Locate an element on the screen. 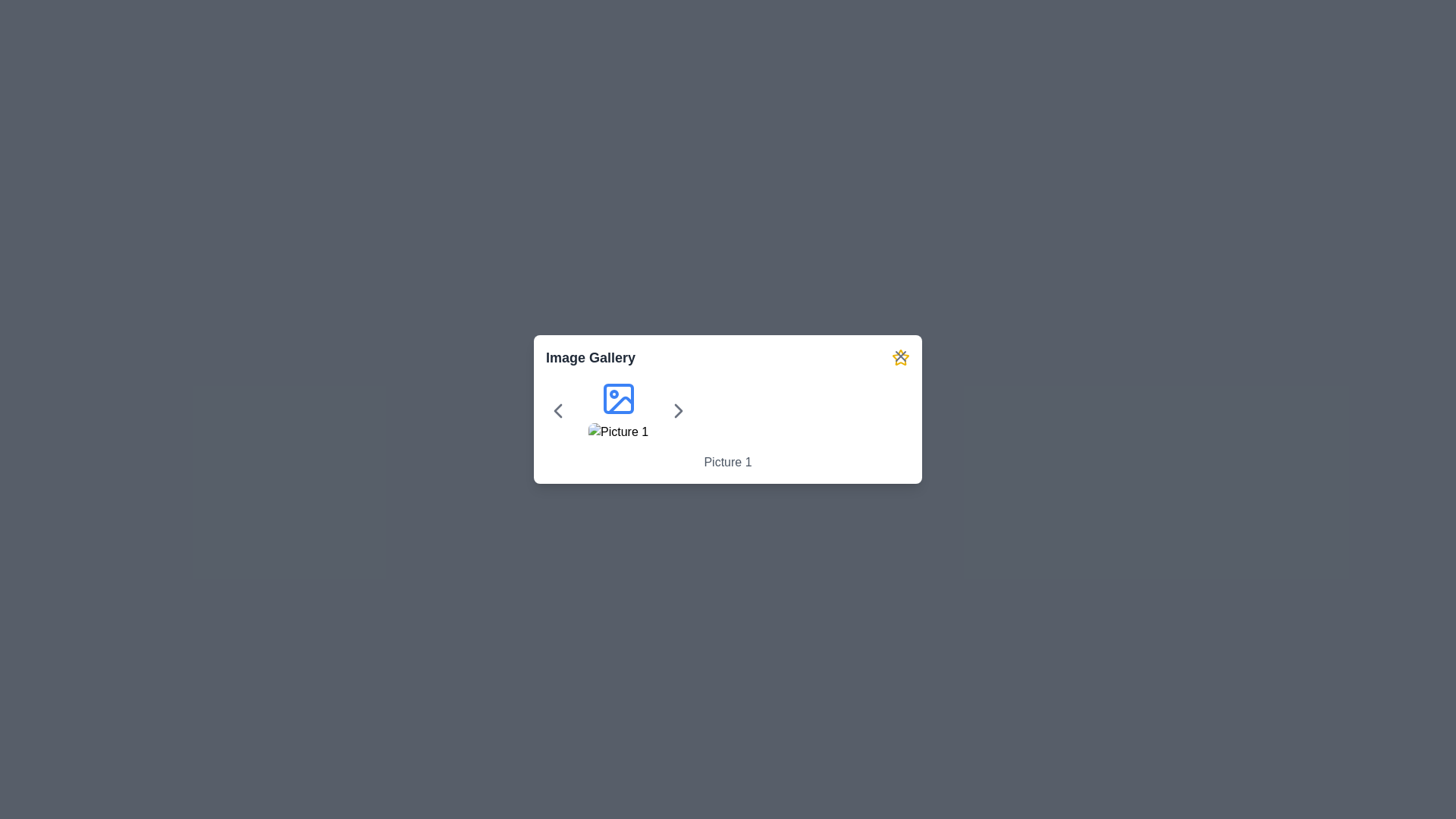 This screenshot has width=1456, height=819. the Chevron arrow button, which is the first in a horizontal sequence of three controls in the gallery, to change its appearance is located at coordinates (557, 411).